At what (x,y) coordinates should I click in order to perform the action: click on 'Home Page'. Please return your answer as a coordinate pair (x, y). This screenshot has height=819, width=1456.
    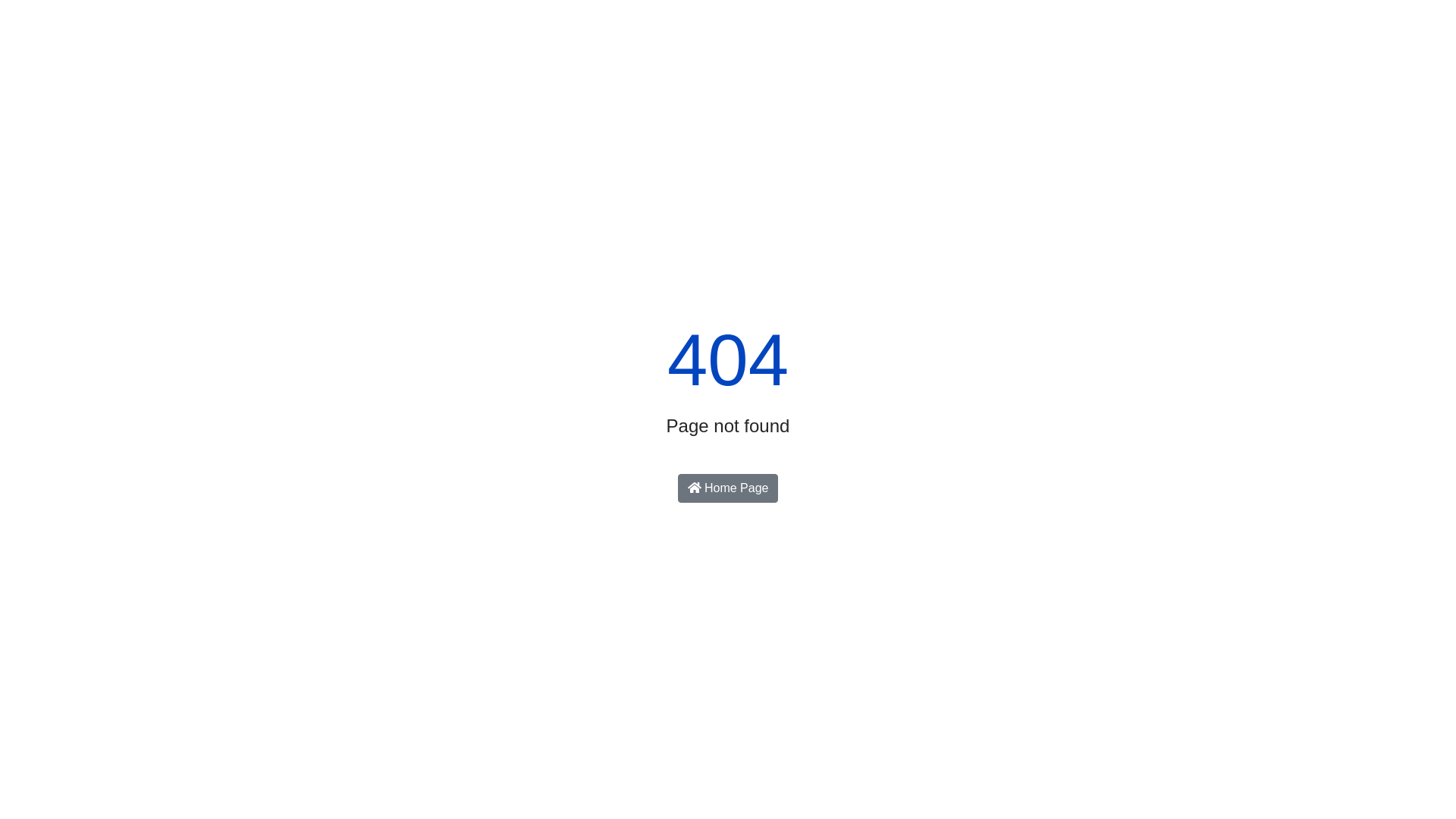
    Looking at the image, I should click on (728, 488).